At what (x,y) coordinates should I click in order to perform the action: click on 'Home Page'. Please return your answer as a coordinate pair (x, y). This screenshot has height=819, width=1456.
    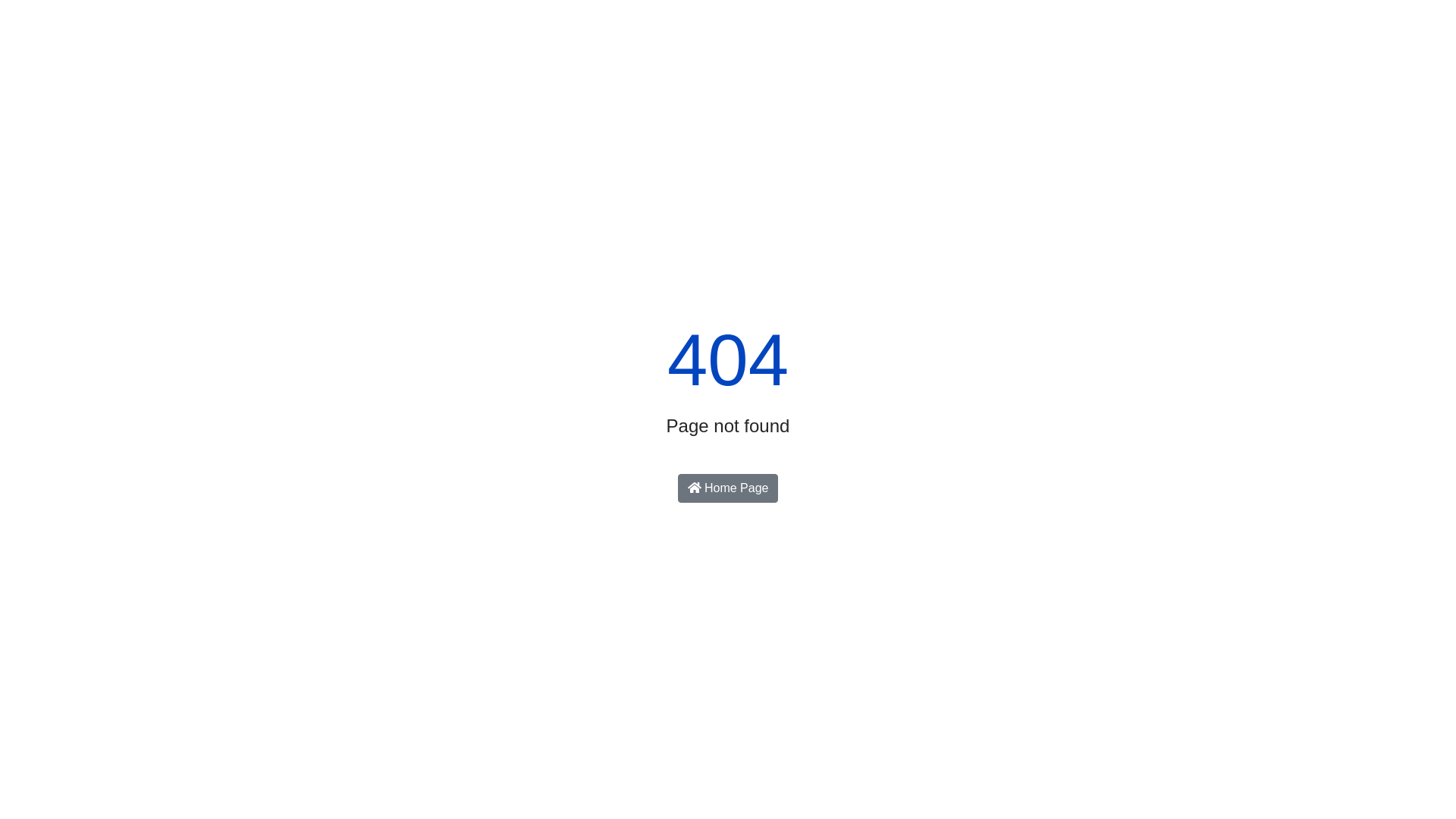
    Looking at the image, I should click on (728, 488).